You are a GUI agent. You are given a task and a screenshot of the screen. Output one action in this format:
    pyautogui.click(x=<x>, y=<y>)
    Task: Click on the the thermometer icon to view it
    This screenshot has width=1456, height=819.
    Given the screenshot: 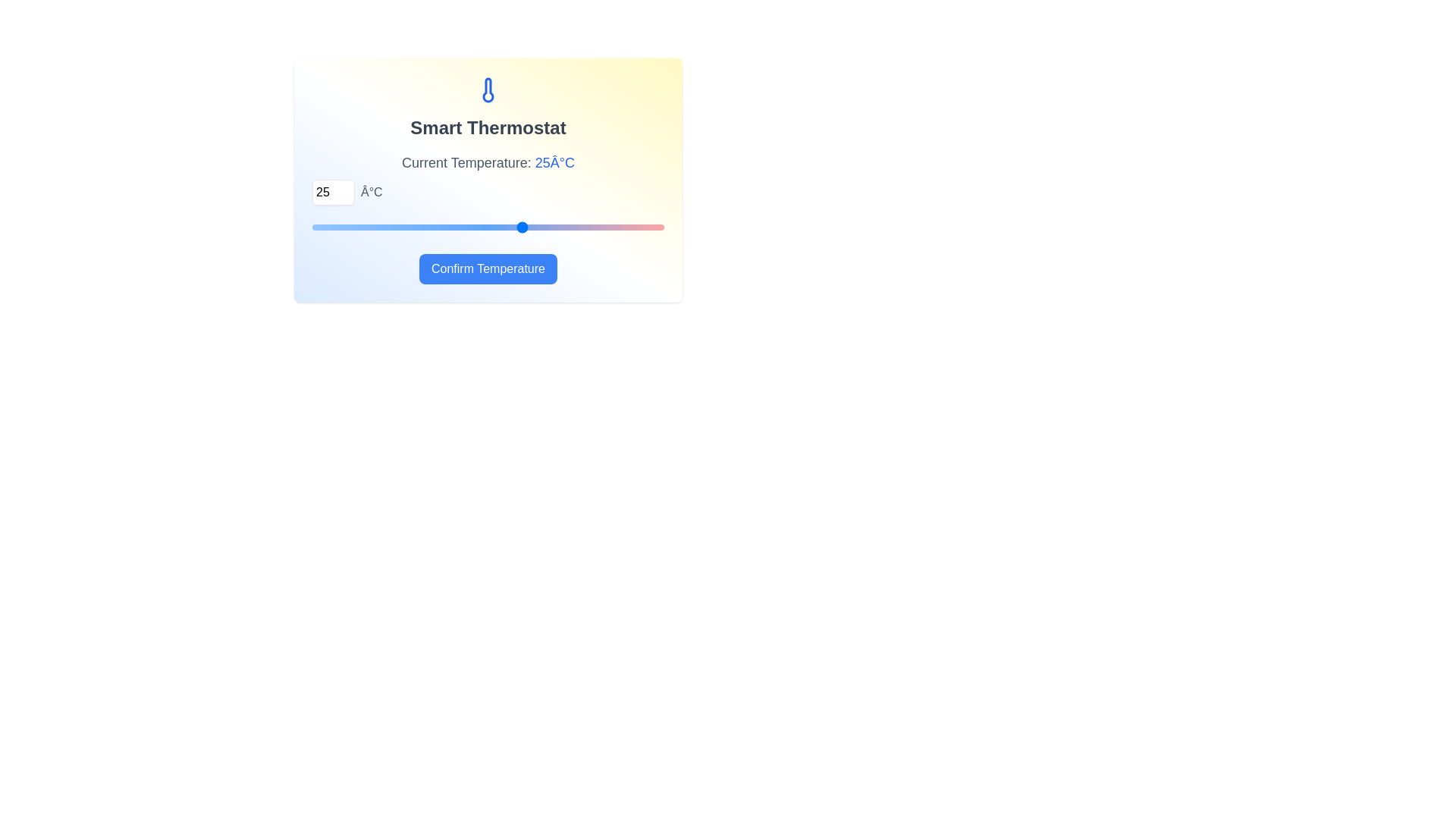 What is the action you would take?
    pyautogui.click(x=488, y=90)
    